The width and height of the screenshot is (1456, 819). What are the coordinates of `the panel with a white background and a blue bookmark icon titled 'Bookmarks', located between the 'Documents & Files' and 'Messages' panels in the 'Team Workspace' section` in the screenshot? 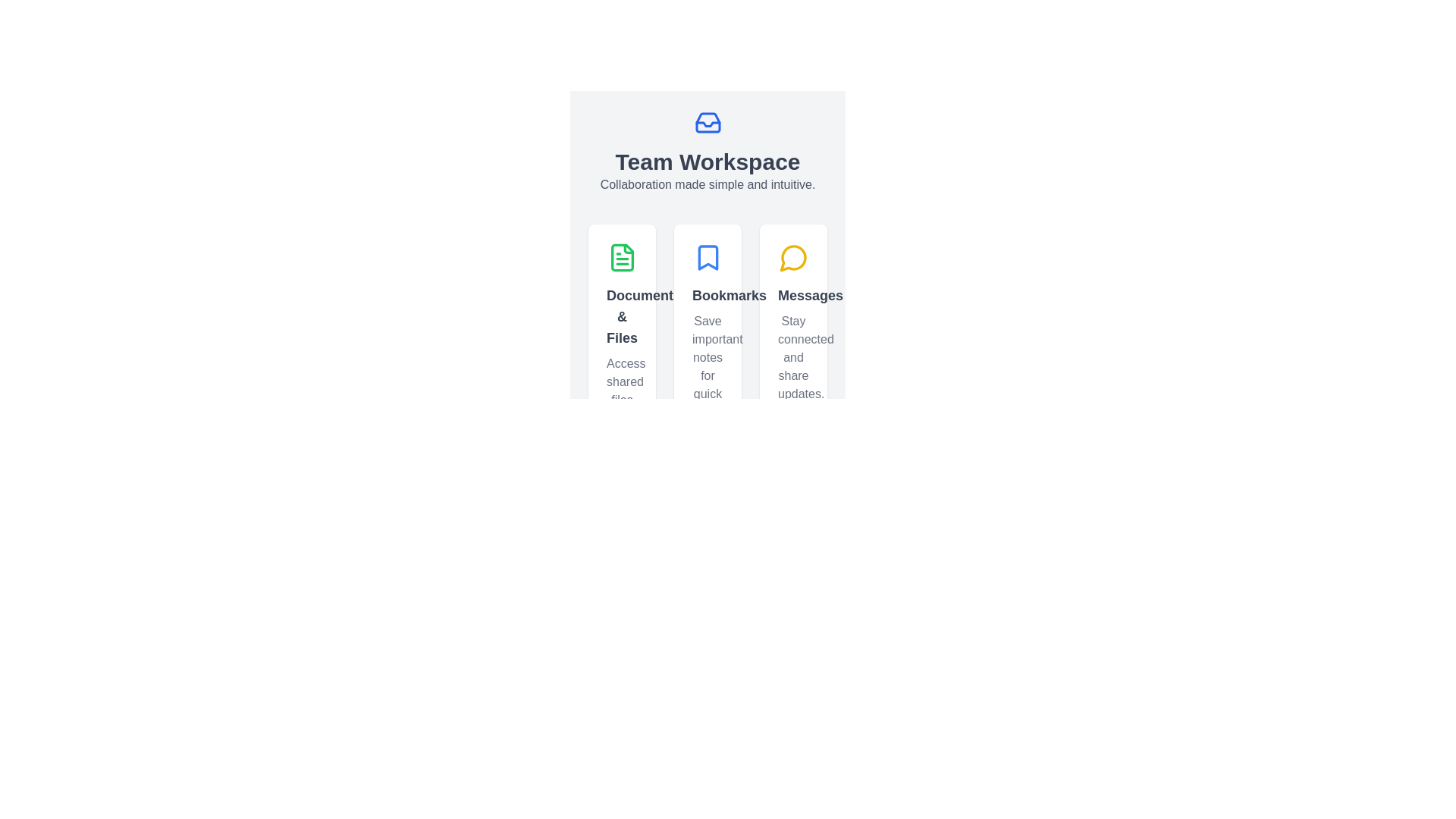 It's located at (707, 371).